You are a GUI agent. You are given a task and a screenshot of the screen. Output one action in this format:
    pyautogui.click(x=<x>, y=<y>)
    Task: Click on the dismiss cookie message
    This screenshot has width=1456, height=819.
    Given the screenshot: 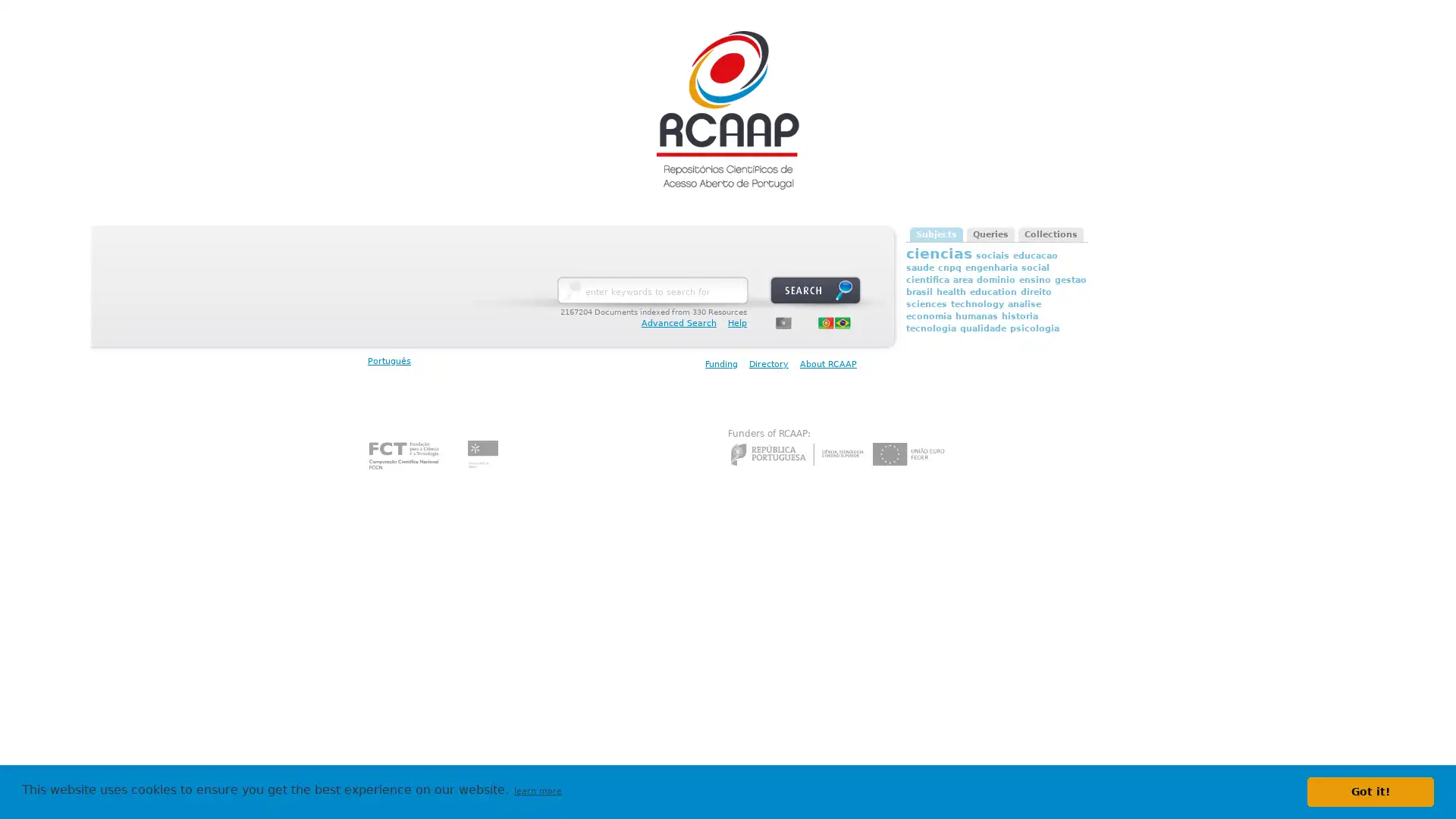 What is the action you would take?
    pyautogui.click(x=1370, y=791)
    